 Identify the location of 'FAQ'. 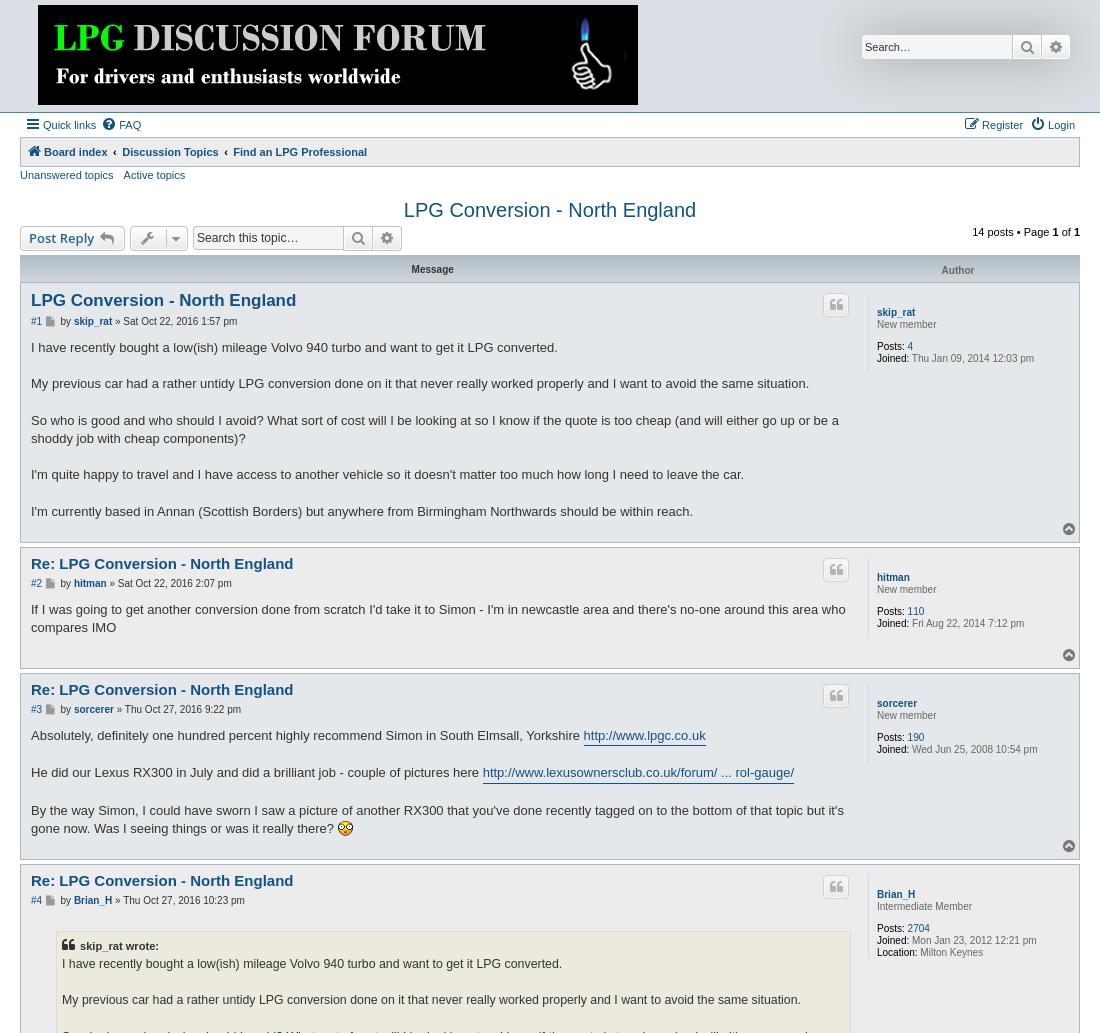
(119, 124).